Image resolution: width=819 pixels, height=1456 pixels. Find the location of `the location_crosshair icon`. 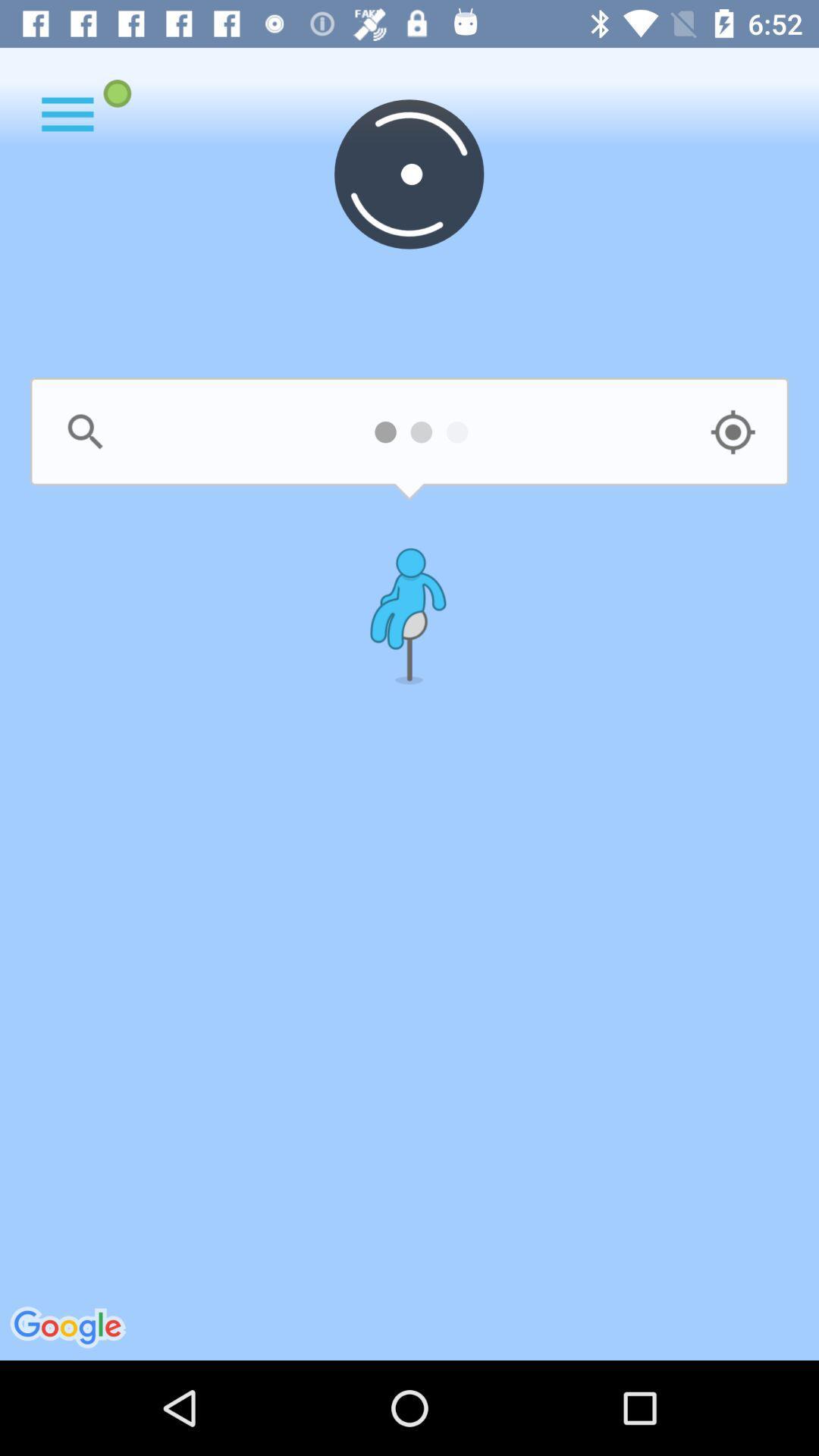

the location_crosshair icon is located at coordinates (732, 431).